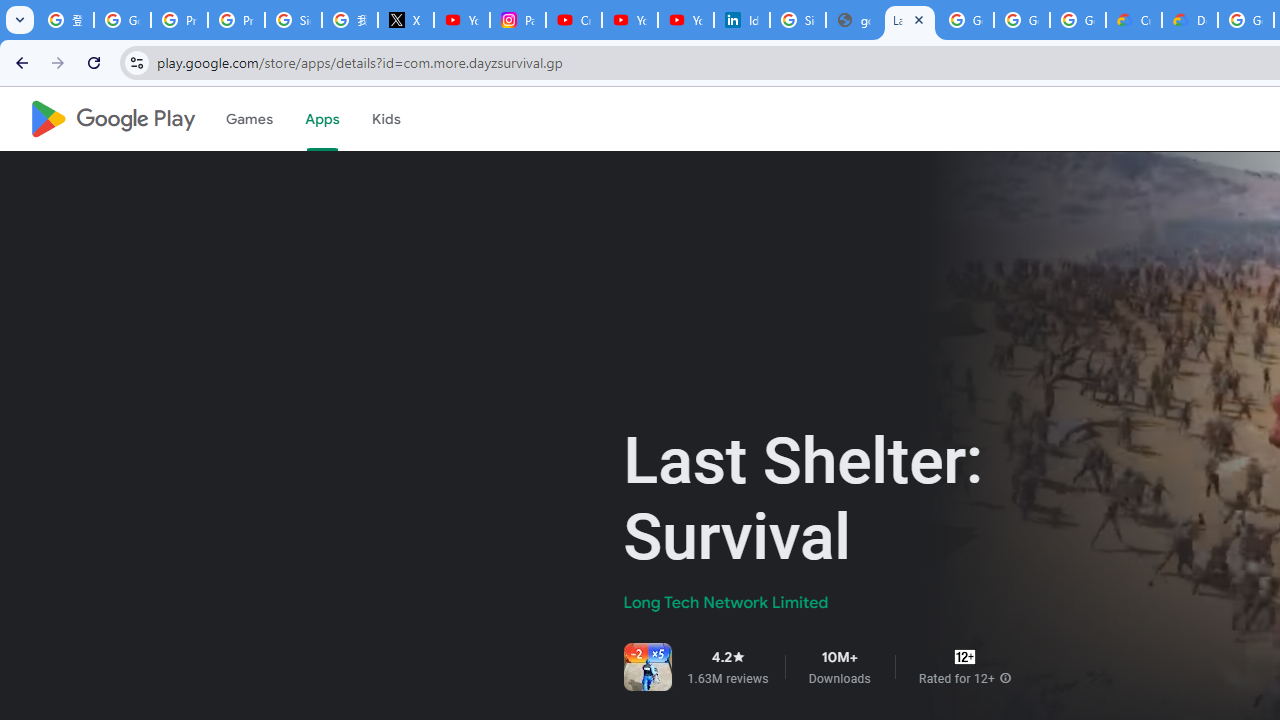 This screenshot has width=1280, height=720. I want to click on 'Privacy Help Center - Policies Help', so click(179, 20).